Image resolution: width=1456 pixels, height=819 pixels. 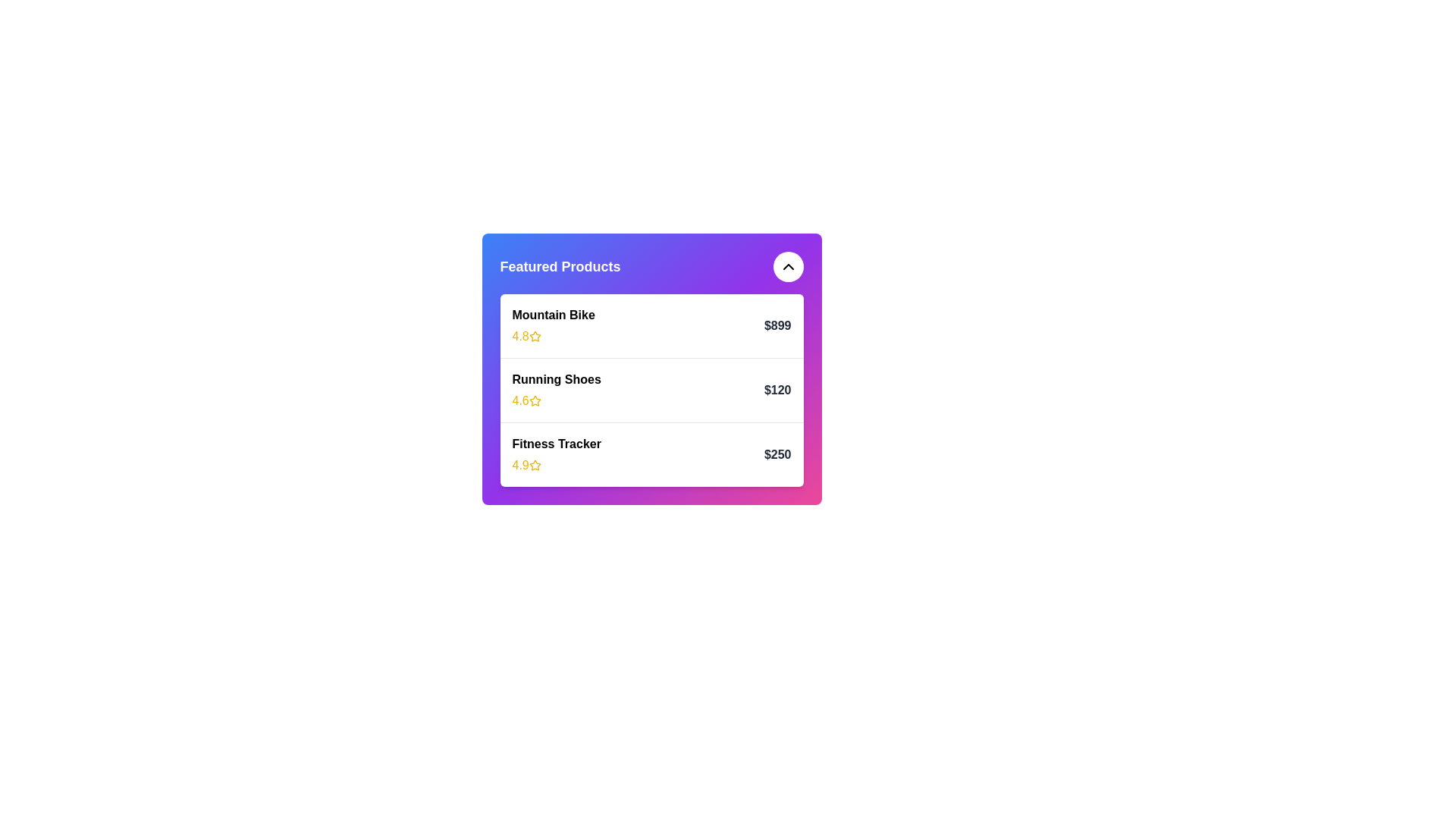 What do you see at coordinates (556, 454) in the screenshot?
I see `text content of the Text Label displaying 'Fitness Tracker' with a yellow '4.9' rating, which is the third entry in the product list` at bounding box center [556, 454].